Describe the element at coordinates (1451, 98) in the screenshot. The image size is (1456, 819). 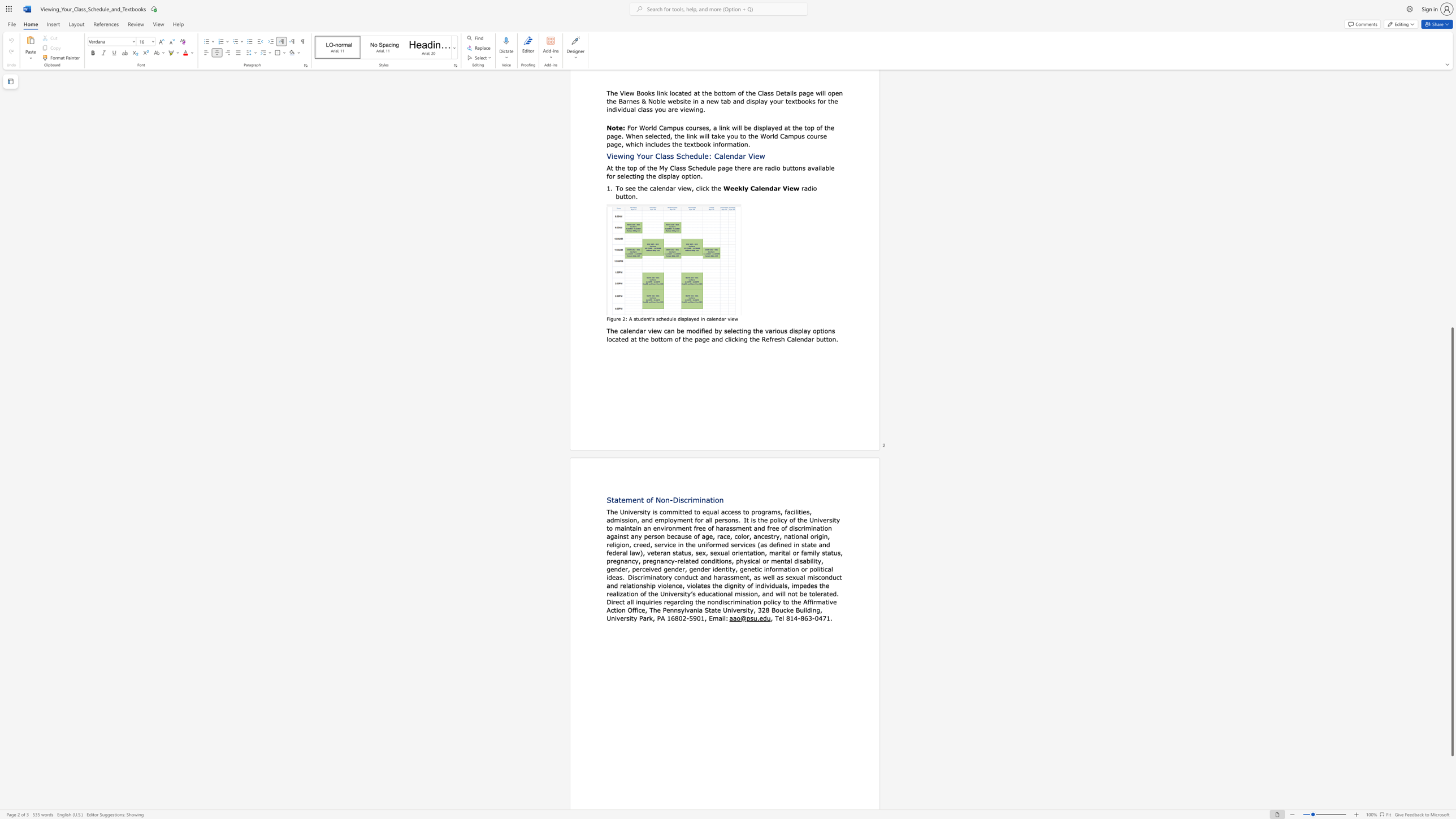
I see `the scrollbar on the right side to scroll the page up` at that location.